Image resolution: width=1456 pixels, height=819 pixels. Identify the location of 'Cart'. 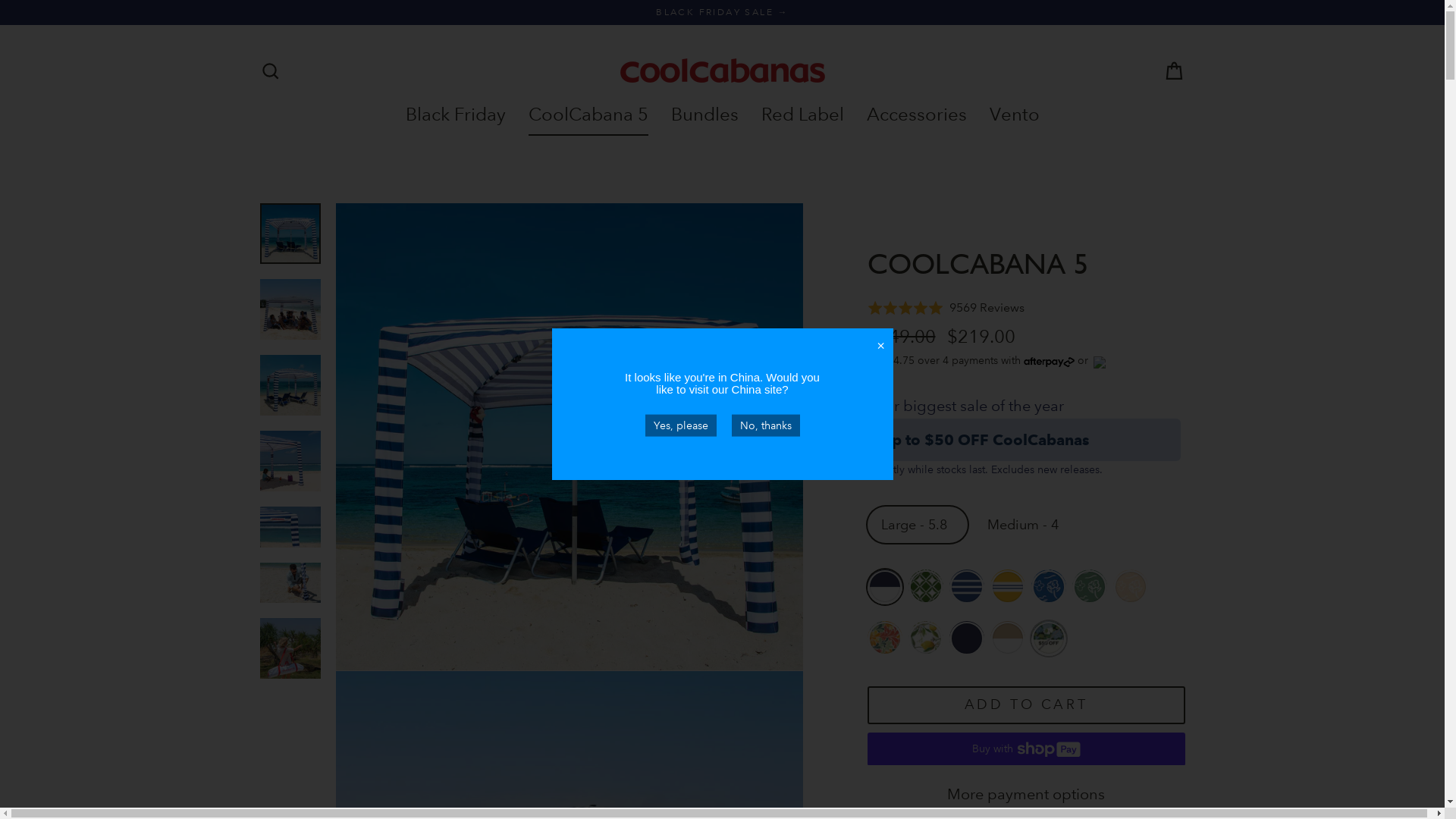
(1173, 71).